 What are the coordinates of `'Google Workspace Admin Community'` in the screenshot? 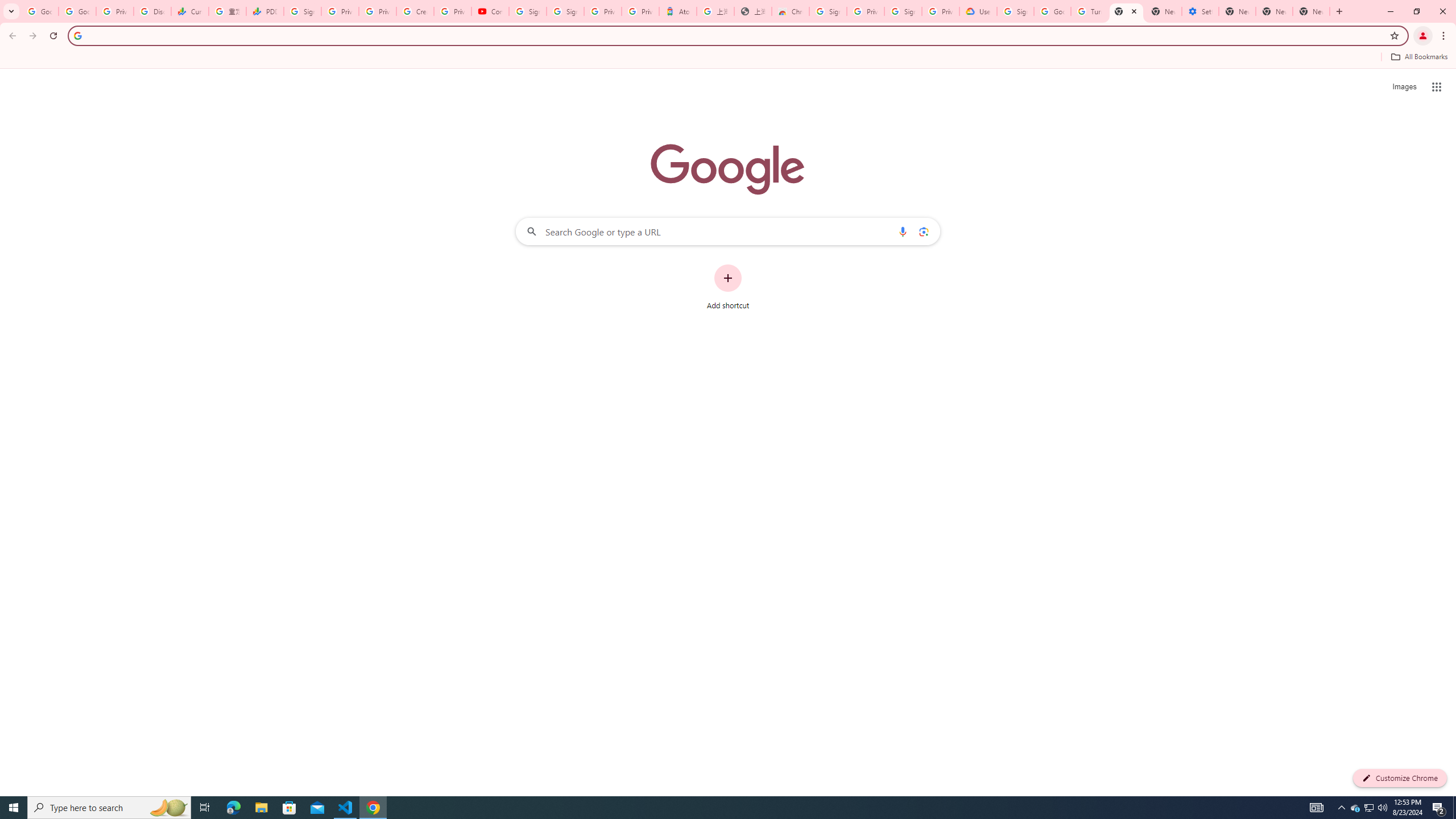 It's located at (39, 11).